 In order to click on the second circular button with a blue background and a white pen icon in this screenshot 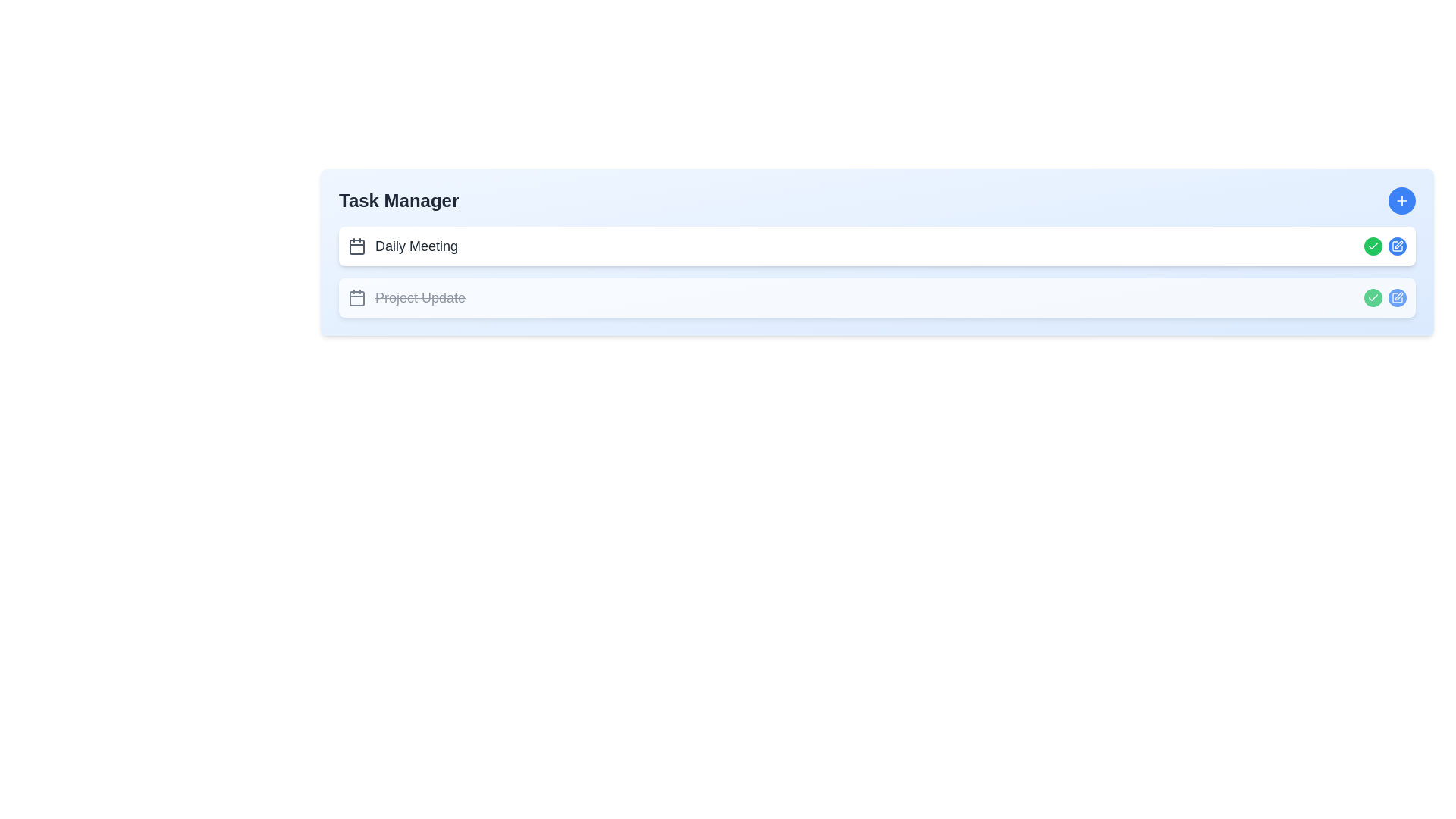, I will do `click(1397, 245)`.